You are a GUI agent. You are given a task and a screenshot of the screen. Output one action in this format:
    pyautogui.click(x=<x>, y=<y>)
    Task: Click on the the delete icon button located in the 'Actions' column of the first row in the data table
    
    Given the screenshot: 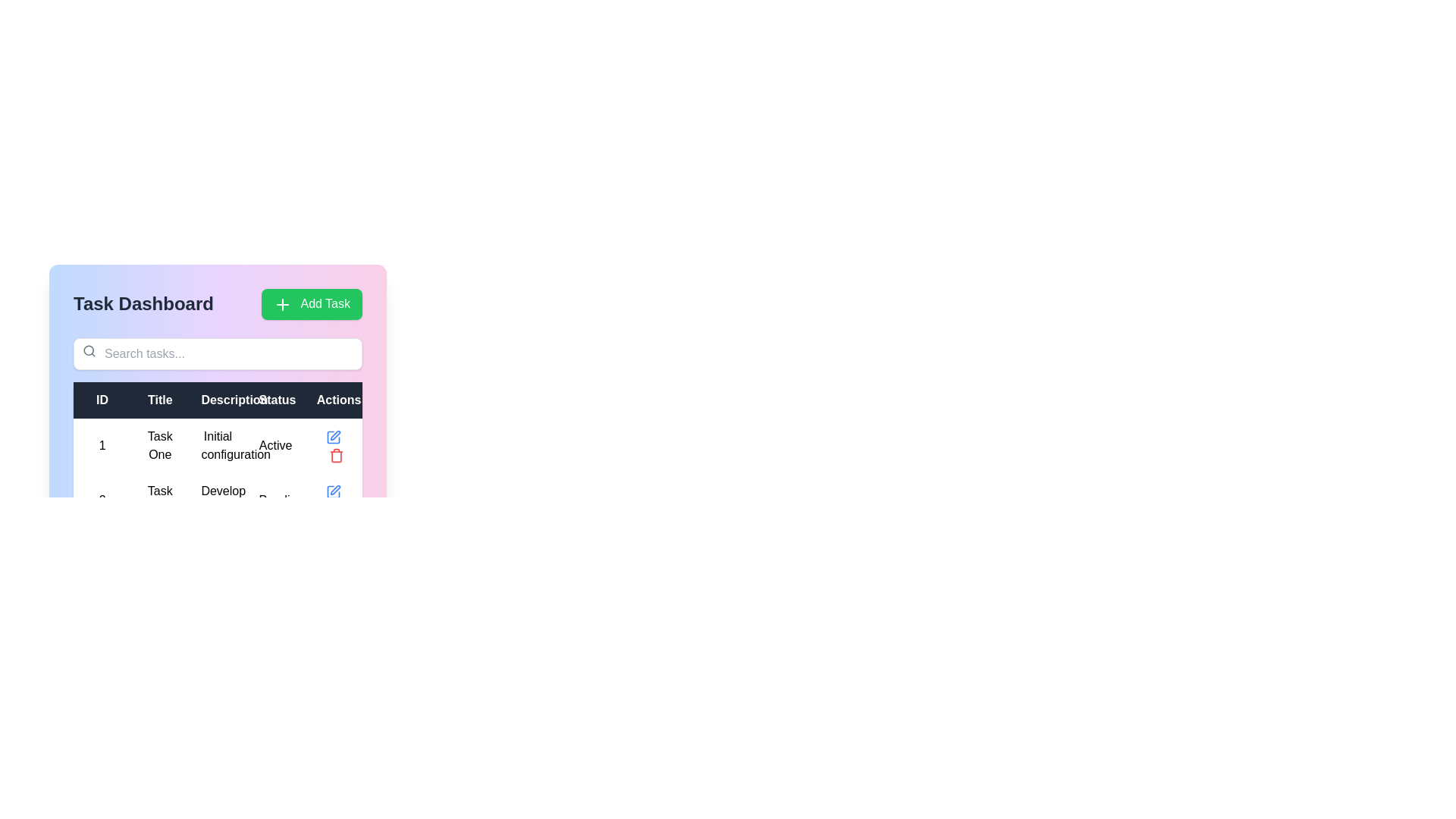 What is the action you would take?
    pyautogui.click(x=335, y=454)
    